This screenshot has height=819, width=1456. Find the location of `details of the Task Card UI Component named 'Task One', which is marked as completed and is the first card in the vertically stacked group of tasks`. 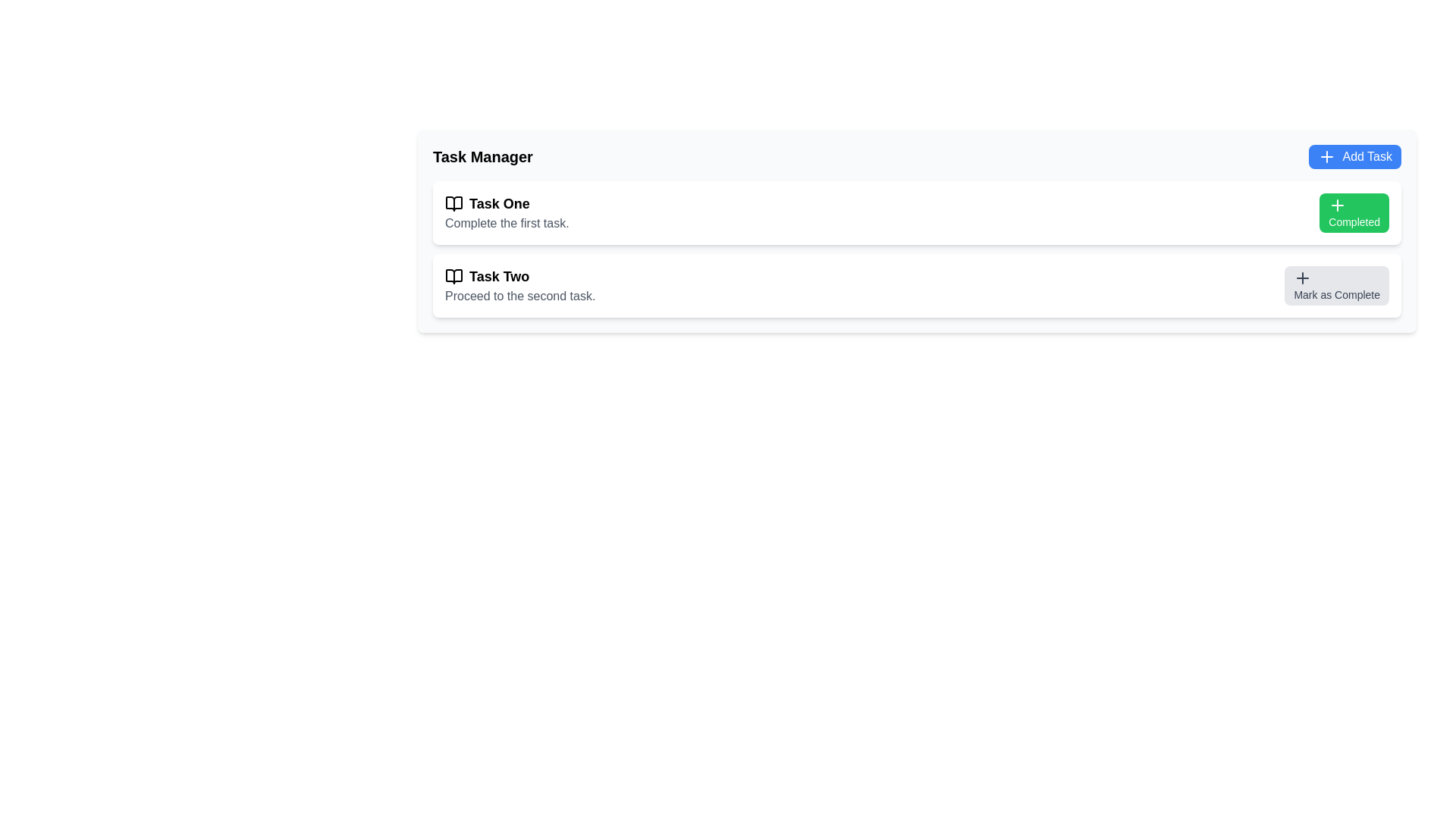

details of the Task Card UI Component named 'Task One', which is marked as completed and is the first card in the vertically stacked group of tasks is located at coordinates (916, 213).